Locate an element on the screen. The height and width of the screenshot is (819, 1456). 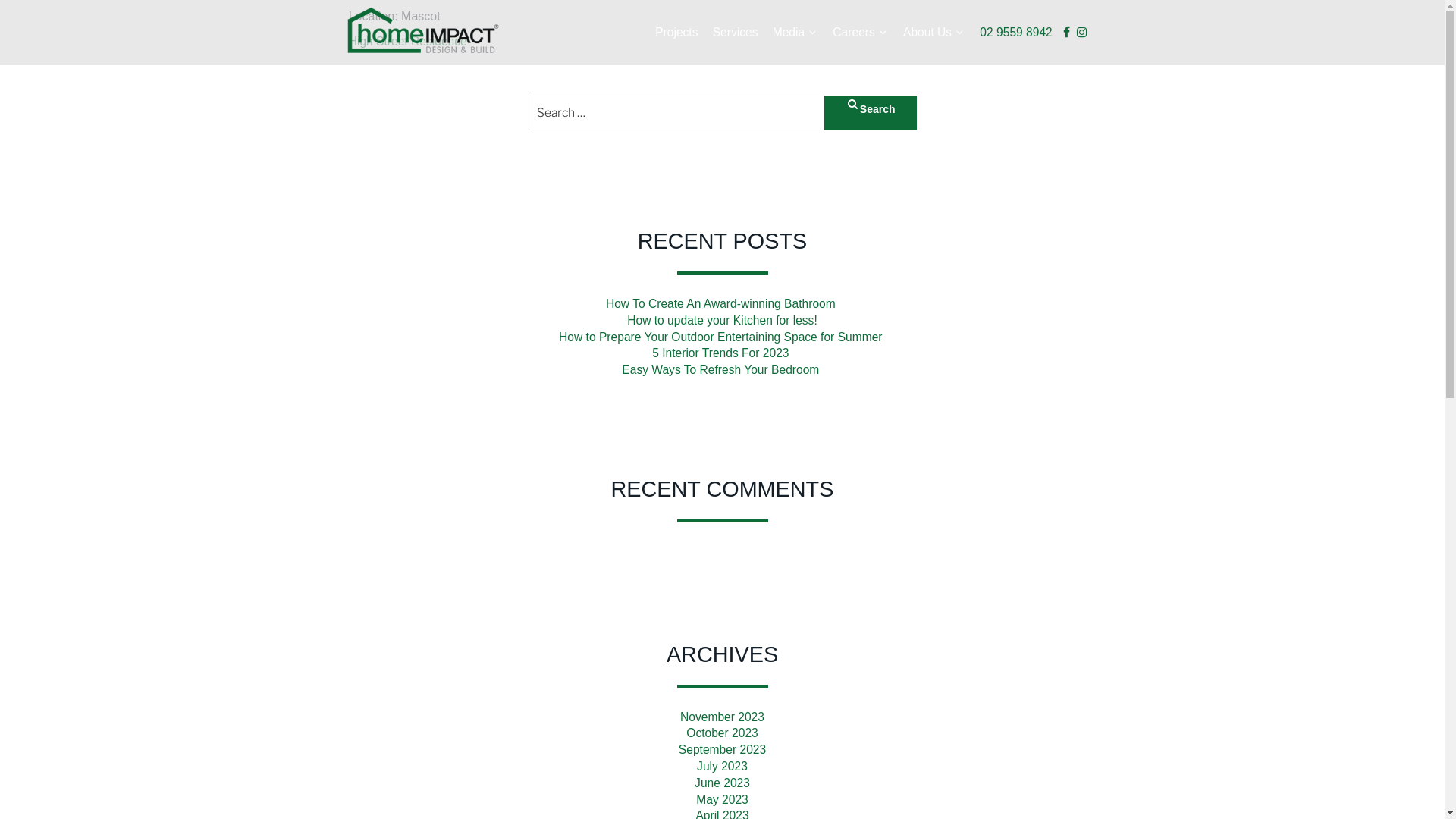
'Easy Ways To Refresh Your Bedroom ' is located at coordinates (622, 369).